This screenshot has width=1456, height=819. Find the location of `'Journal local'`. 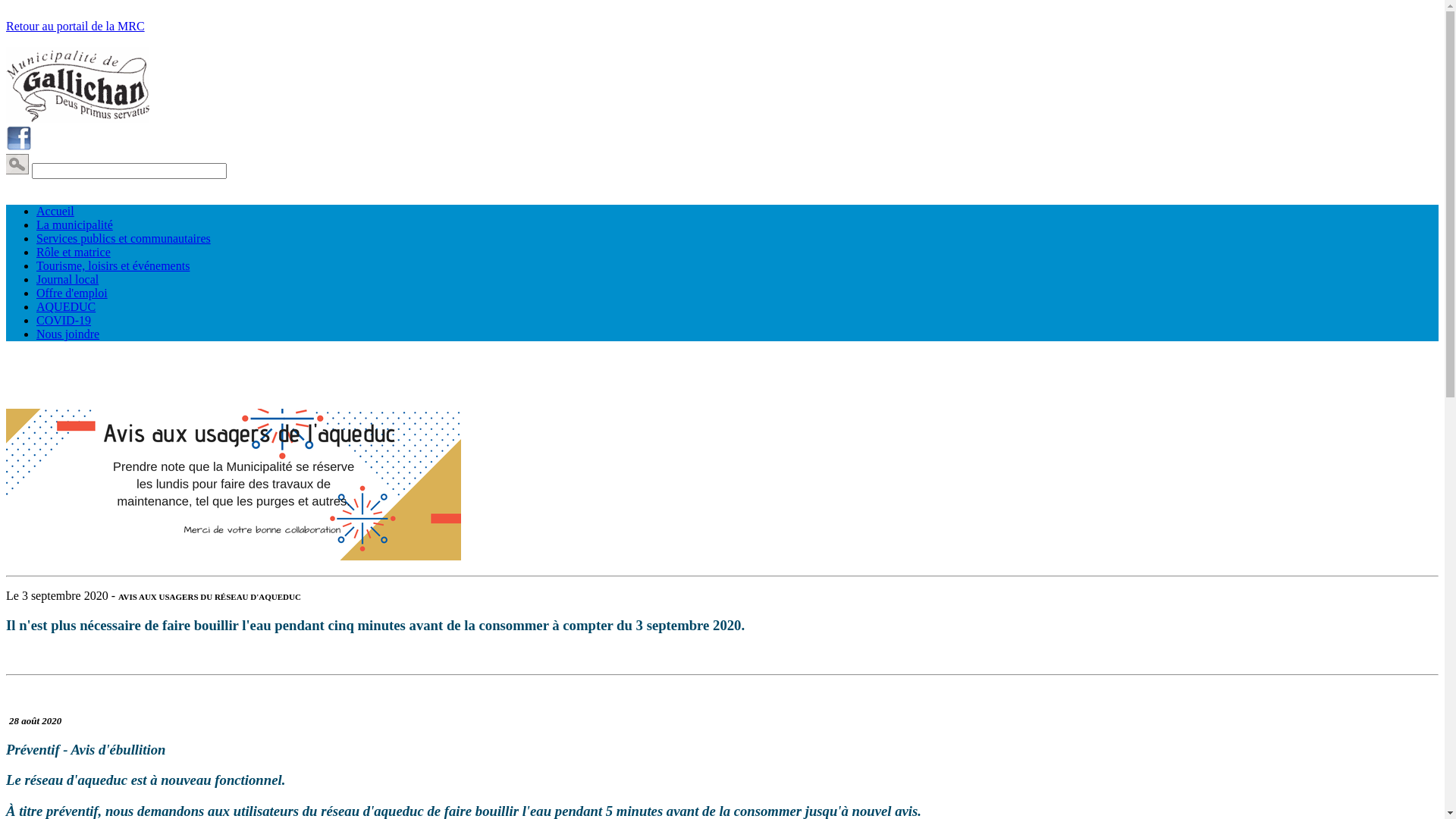

'Journal local' is located at coordinates (67, 279).